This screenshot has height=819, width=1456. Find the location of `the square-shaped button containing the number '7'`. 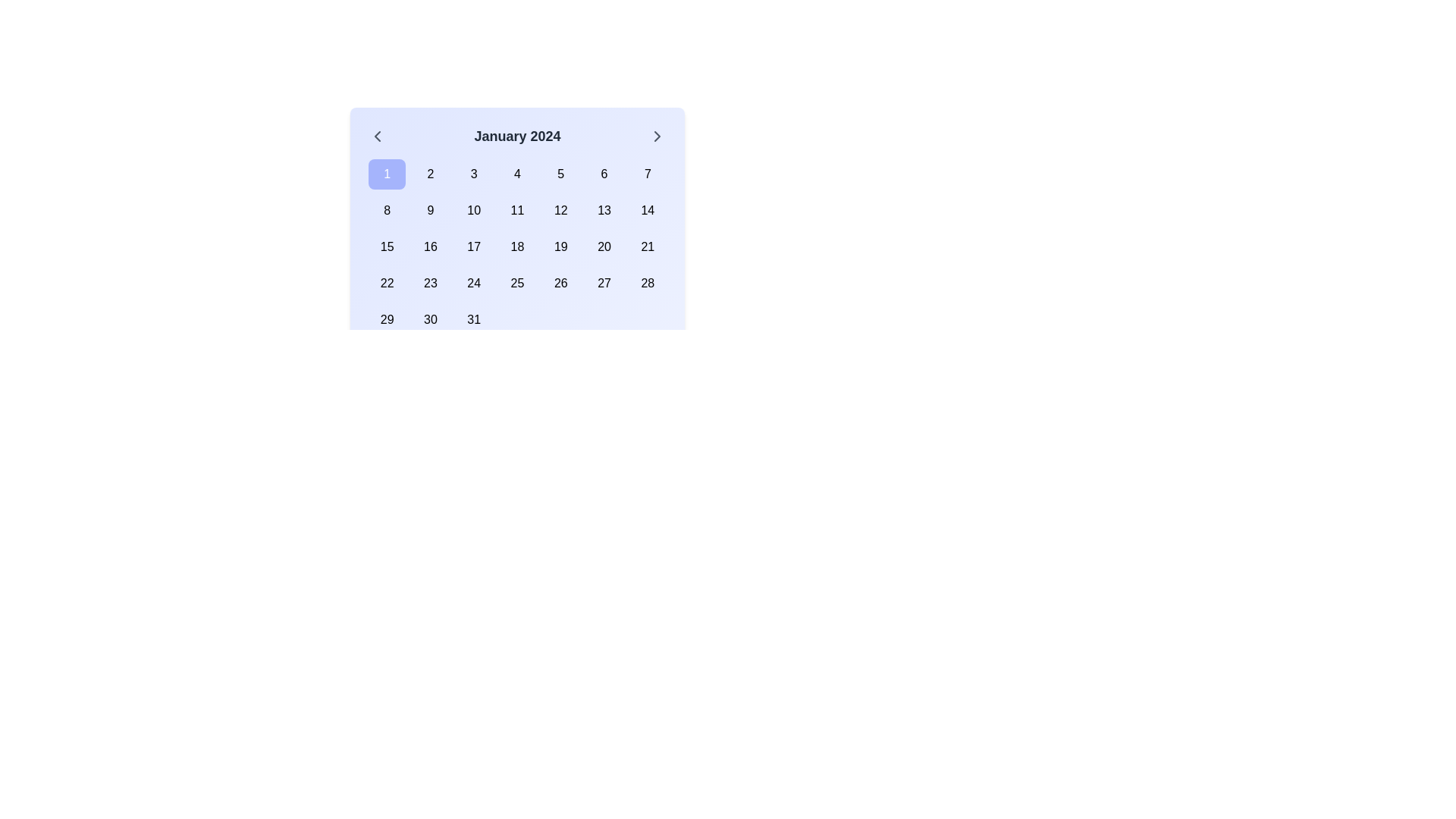

the square-shaped button containing the number '7' is located at coordinates (648, 174).